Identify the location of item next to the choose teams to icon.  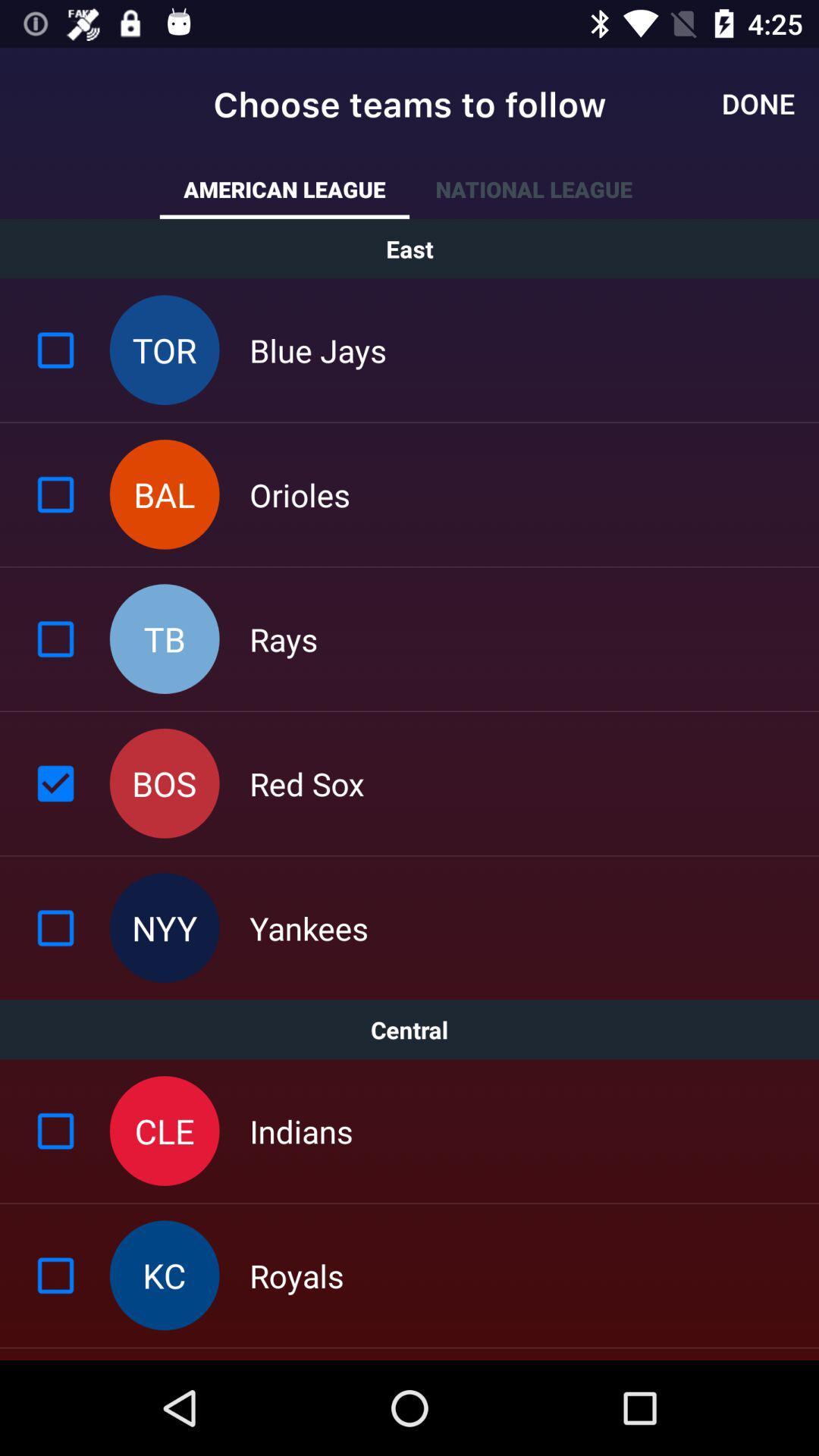
(758, 102).